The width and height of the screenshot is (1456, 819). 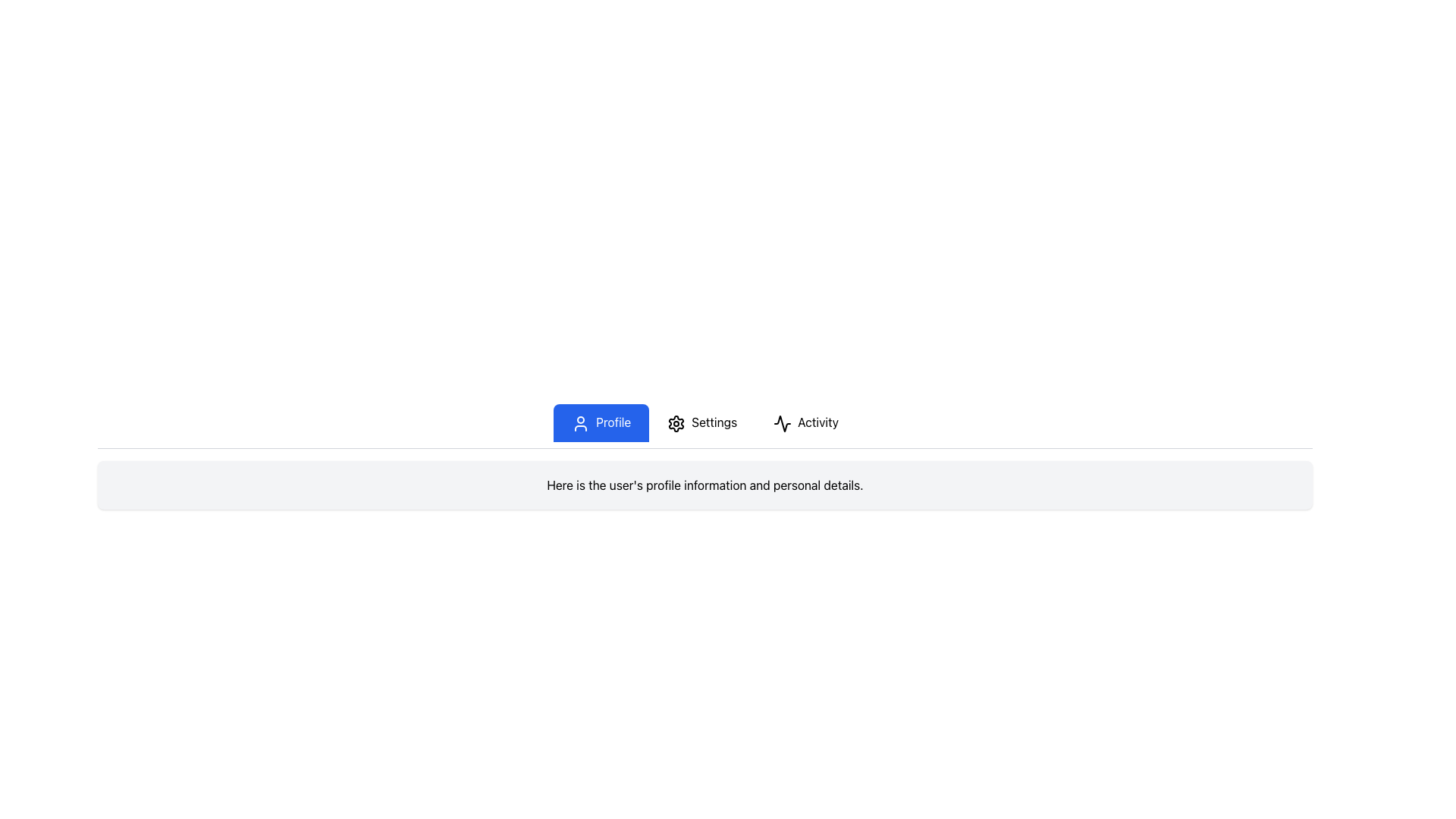 I want to click on the settings icon located directly to the left of the 'Settings' label within the navigation group, so click(x=676, y=423).